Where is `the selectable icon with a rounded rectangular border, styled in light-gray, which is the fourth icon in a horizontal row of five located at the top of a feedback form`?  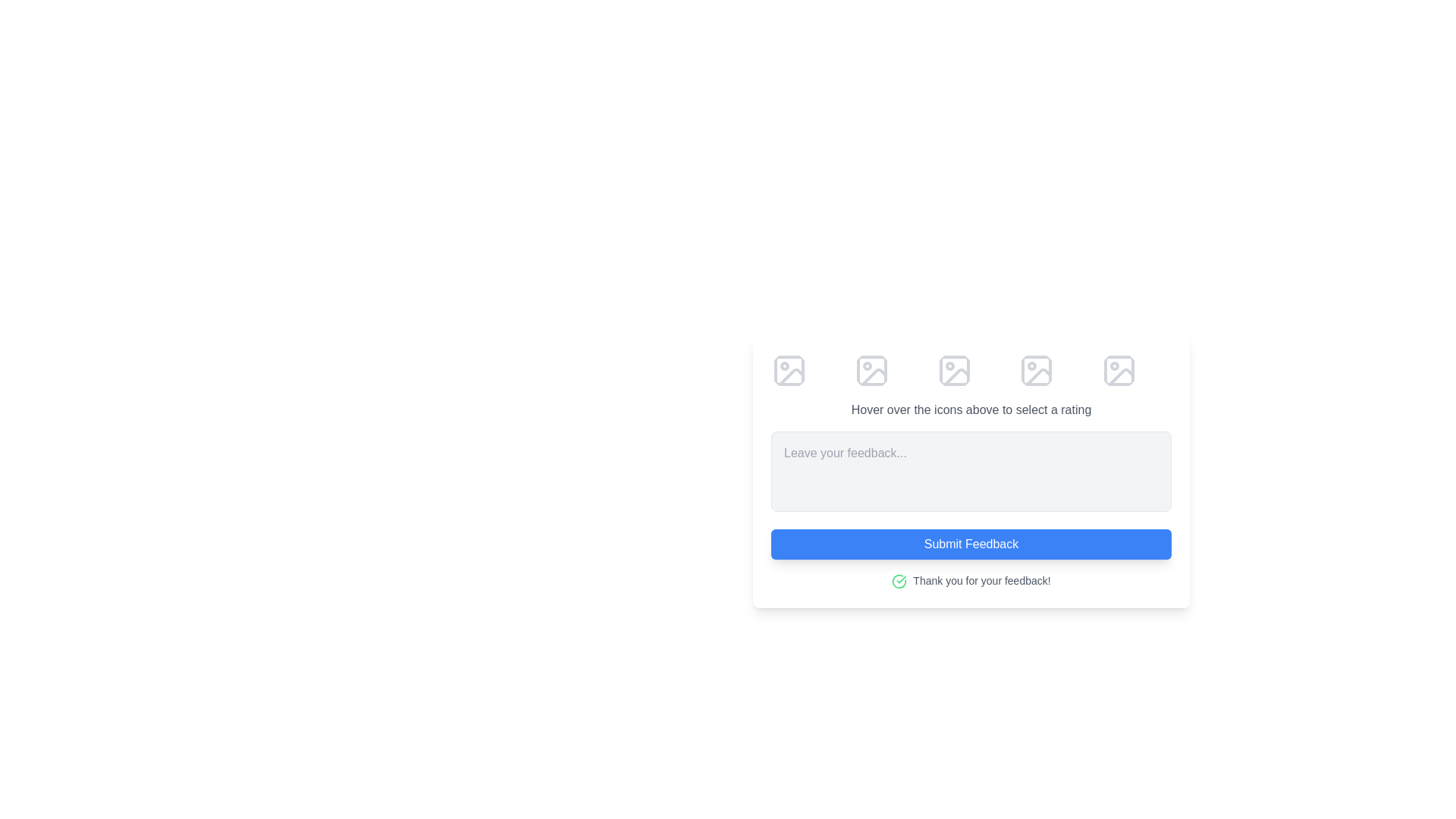 the selectable icon with a rounded rectangular border, styled in light-gray, which is the fourth icon in a horizontal row of five located at the top of a feedback form is located at coordinates (1036, 371).